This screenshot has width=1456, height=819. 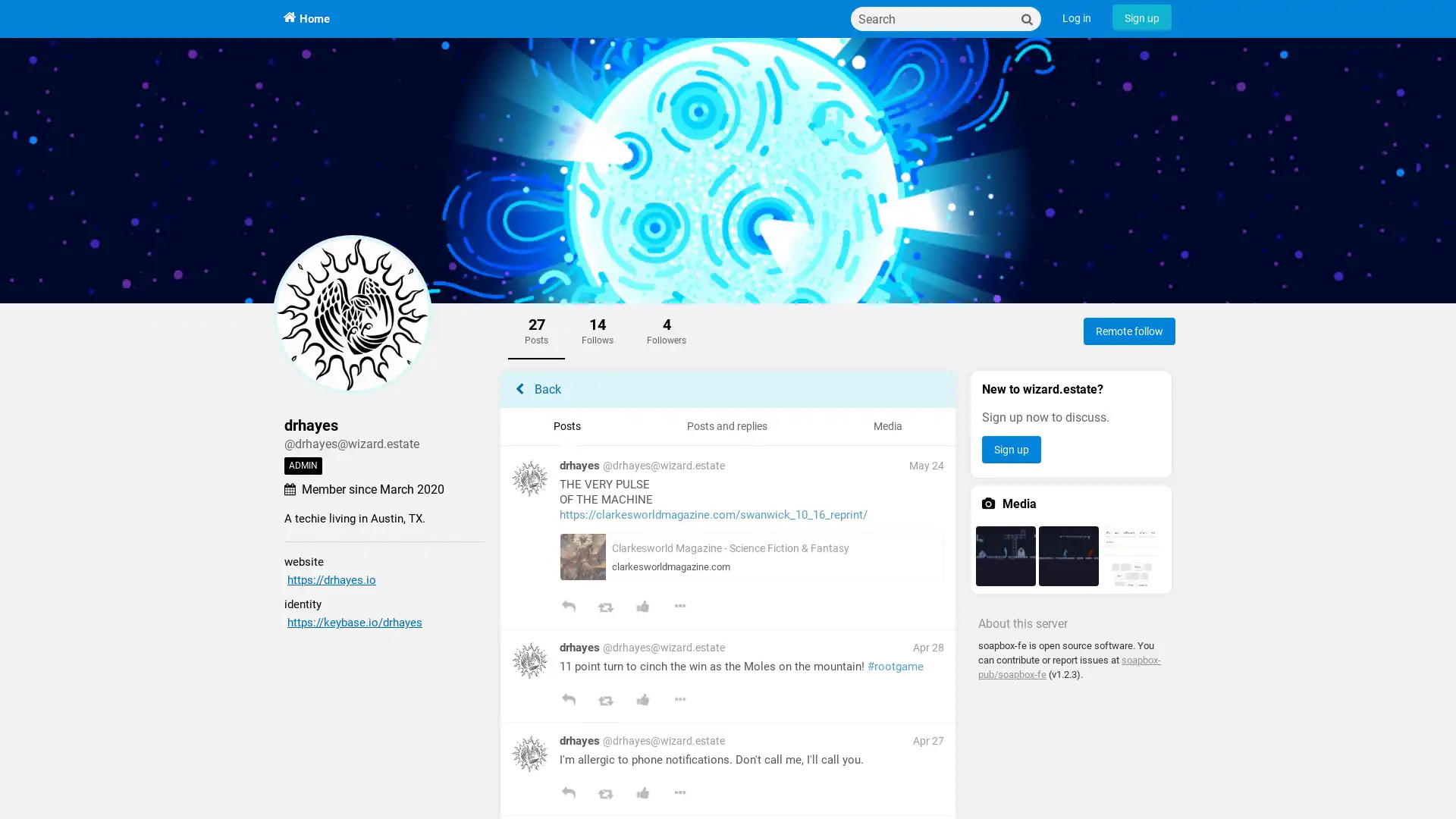 What do you see at coordinates (728, 388) in the screenshot?
I see `Back` at bounding box center [728, 388].